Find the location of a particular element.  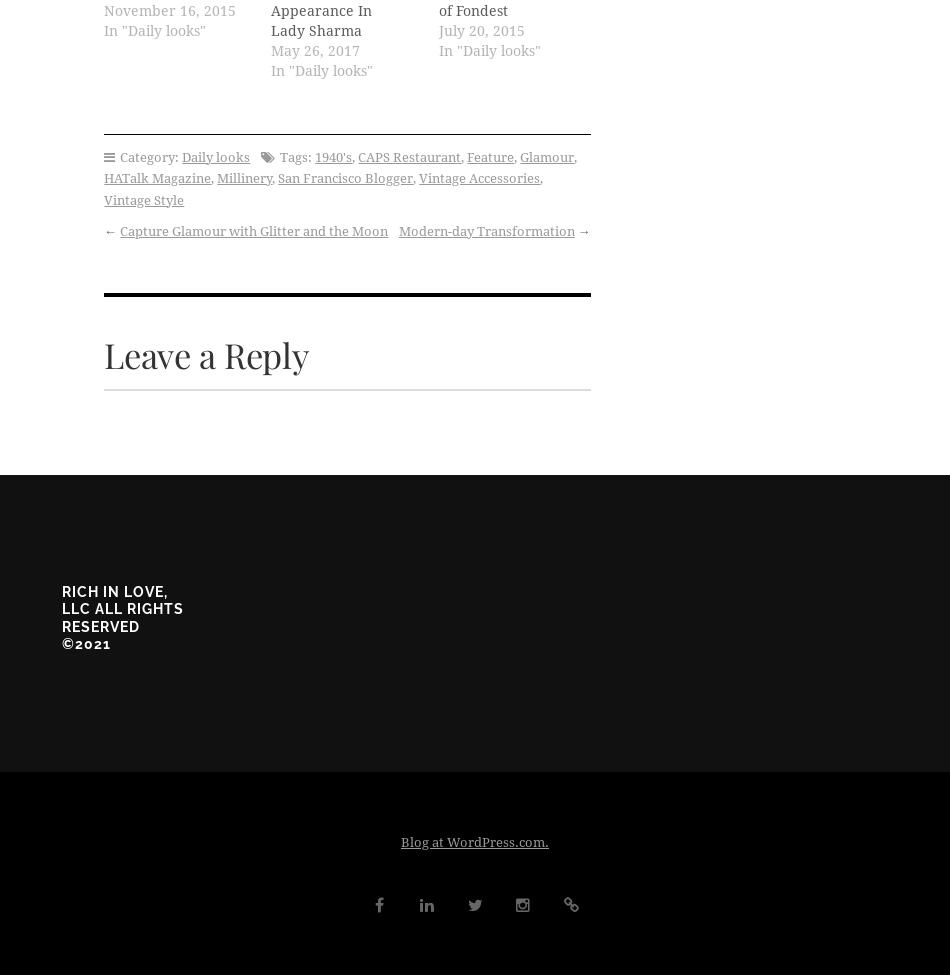

'Millinery' is located at coordinates (243, 177).